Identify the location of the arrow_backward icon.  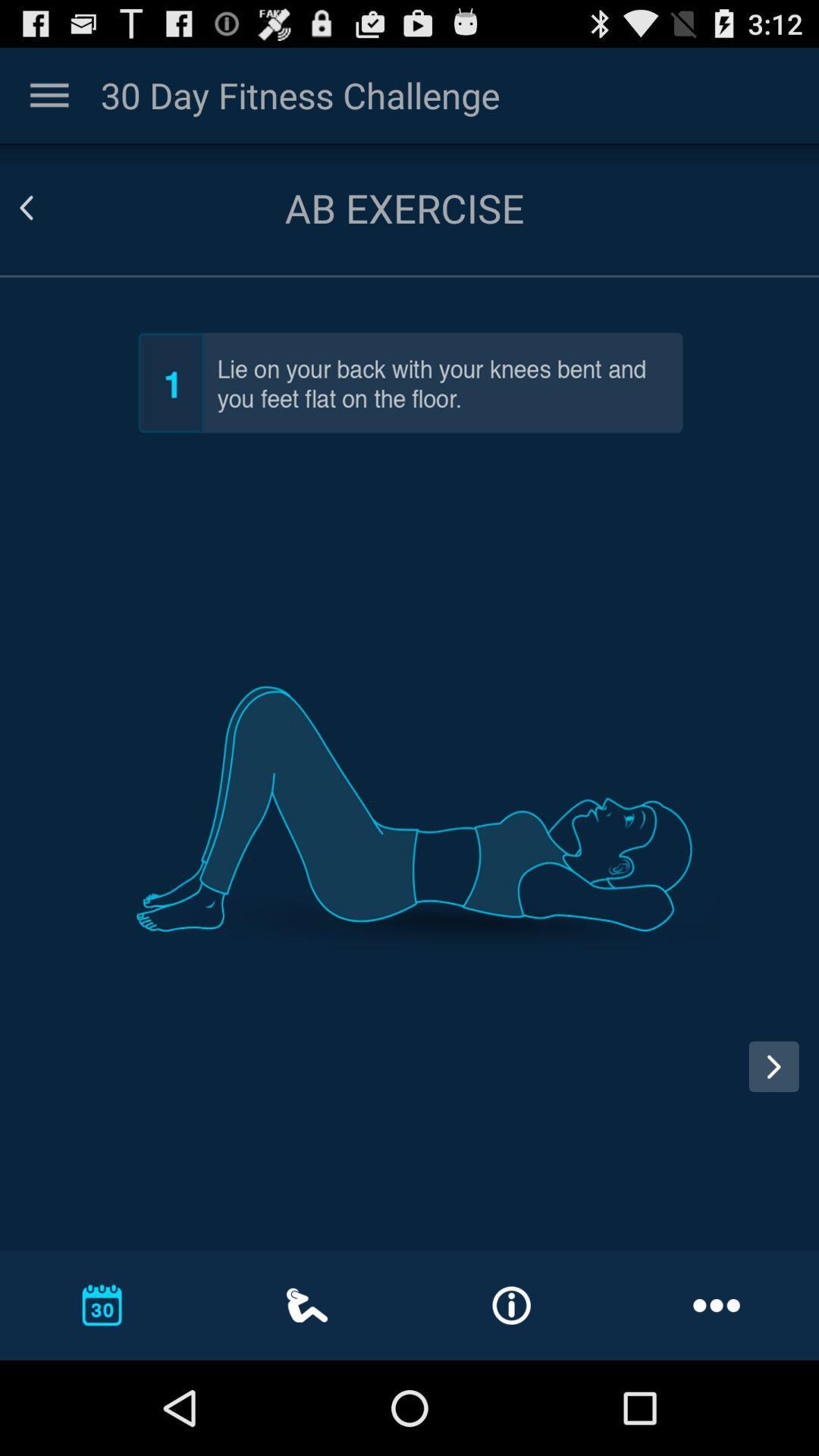
(44, 221).